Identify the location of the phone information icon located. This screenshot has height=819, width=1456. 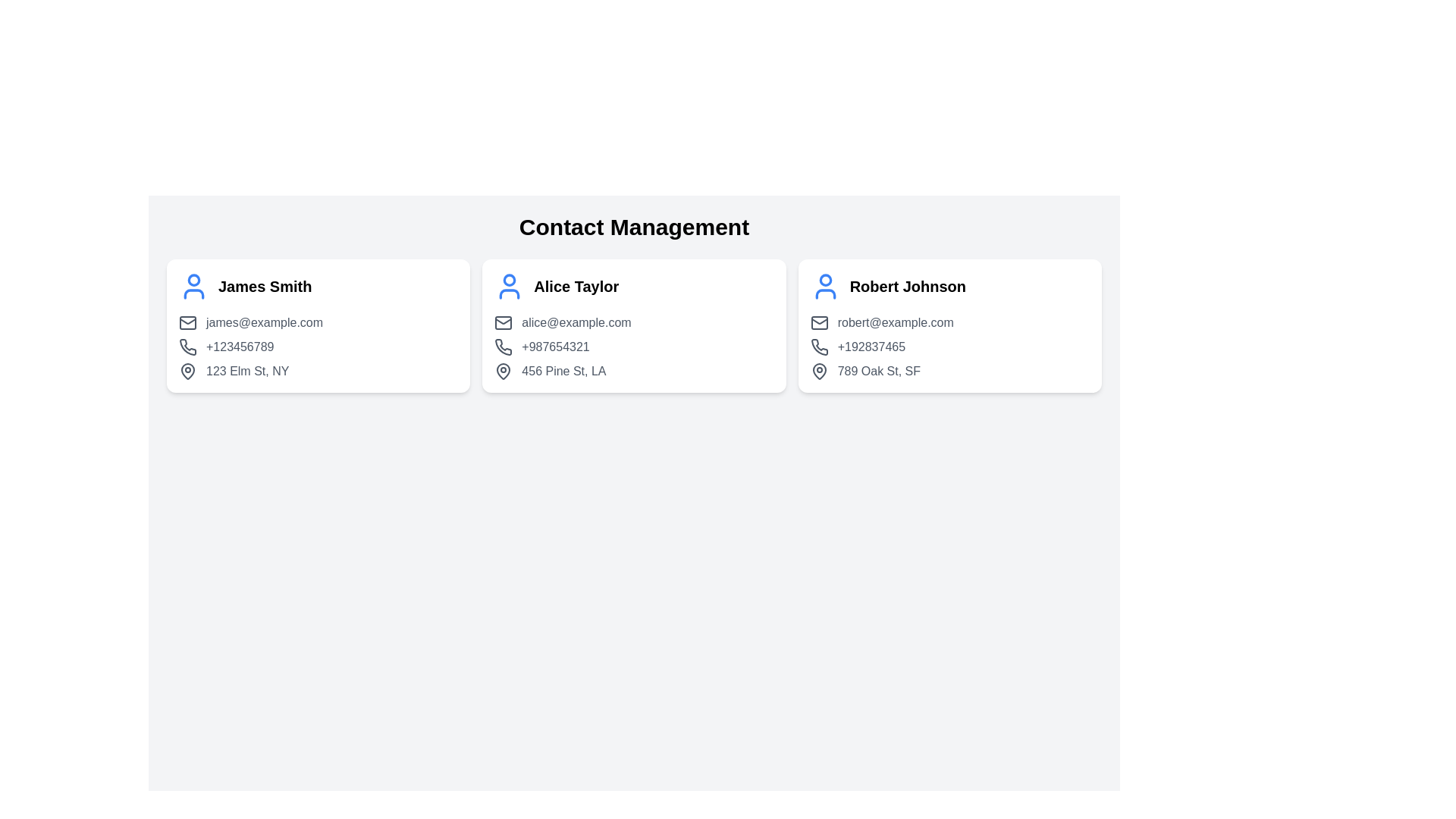
(187, 347).